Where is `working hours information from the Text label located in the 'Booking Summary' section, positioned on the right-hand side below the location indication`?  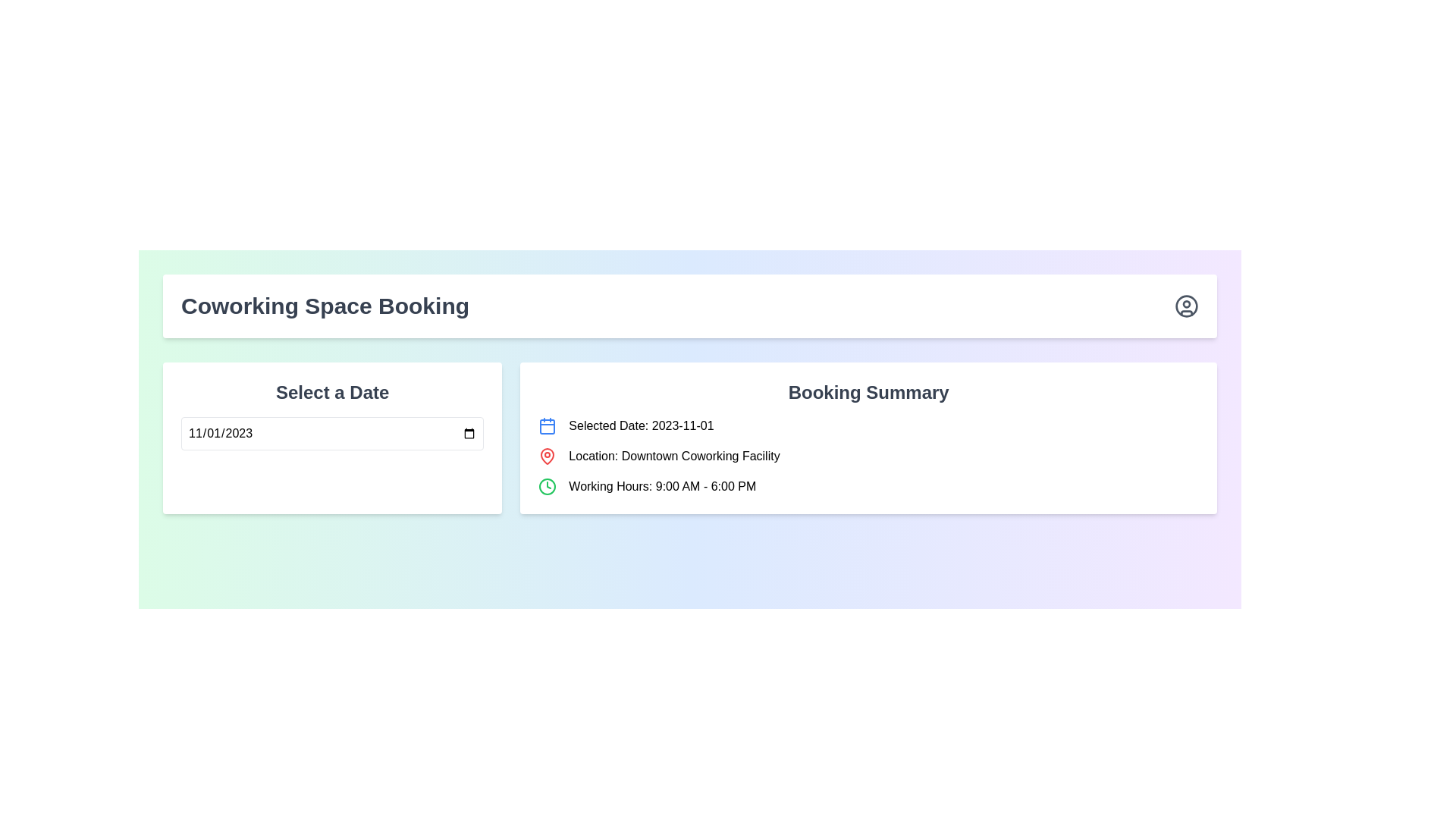
working hours information from the Text label located in the 'Booking Summary' section, positioned on the right-hand side below the location indication is located at coordinates (662, 486).